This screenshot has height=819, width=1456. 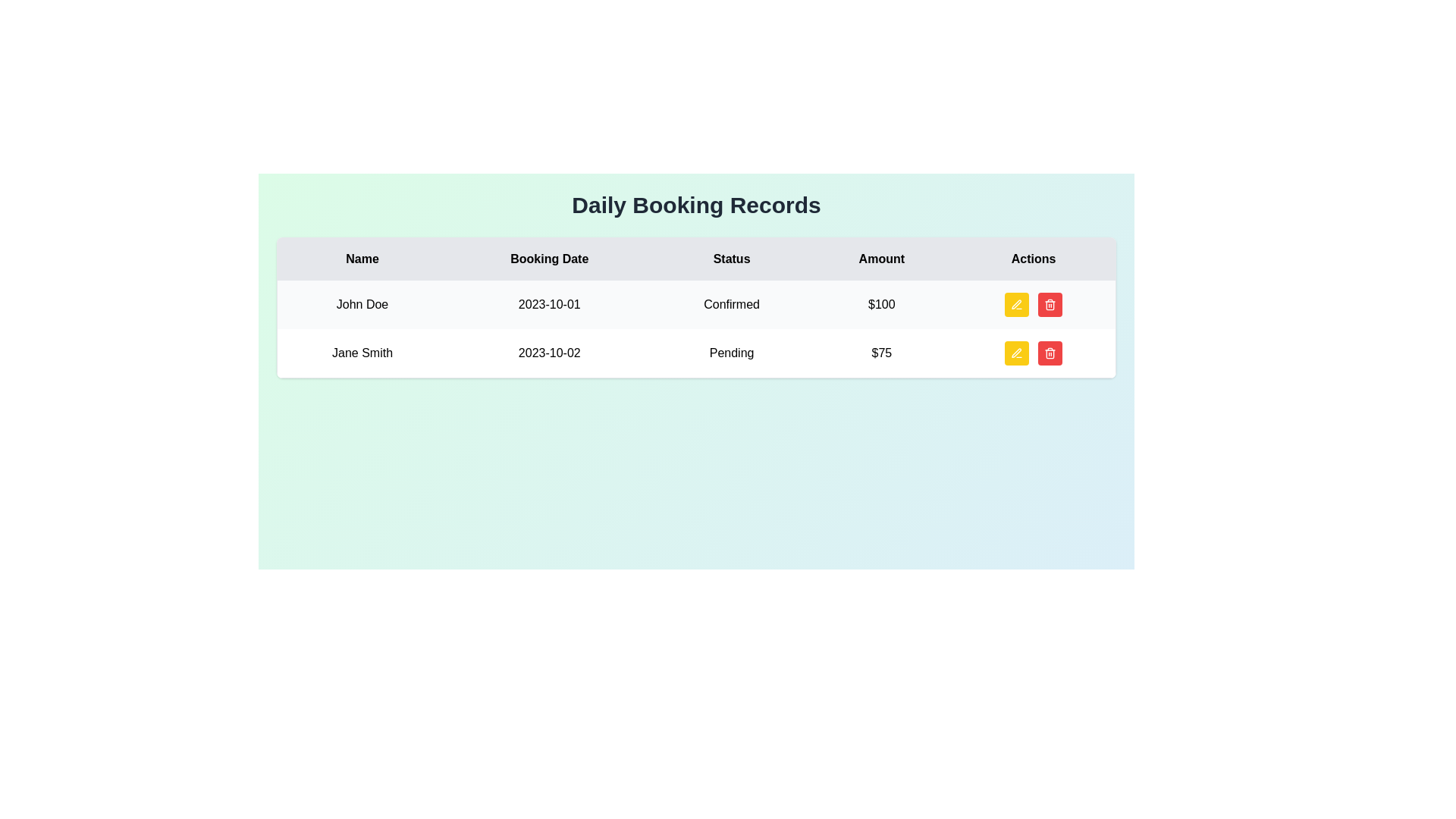 What do you see at coordinates (881, 353) in the screenshot?
I see `the Text label displaying the monetary amount in the 'Amount' column of the second row under the 'Daily Booking Records' section` at bounding box center [881, 353].